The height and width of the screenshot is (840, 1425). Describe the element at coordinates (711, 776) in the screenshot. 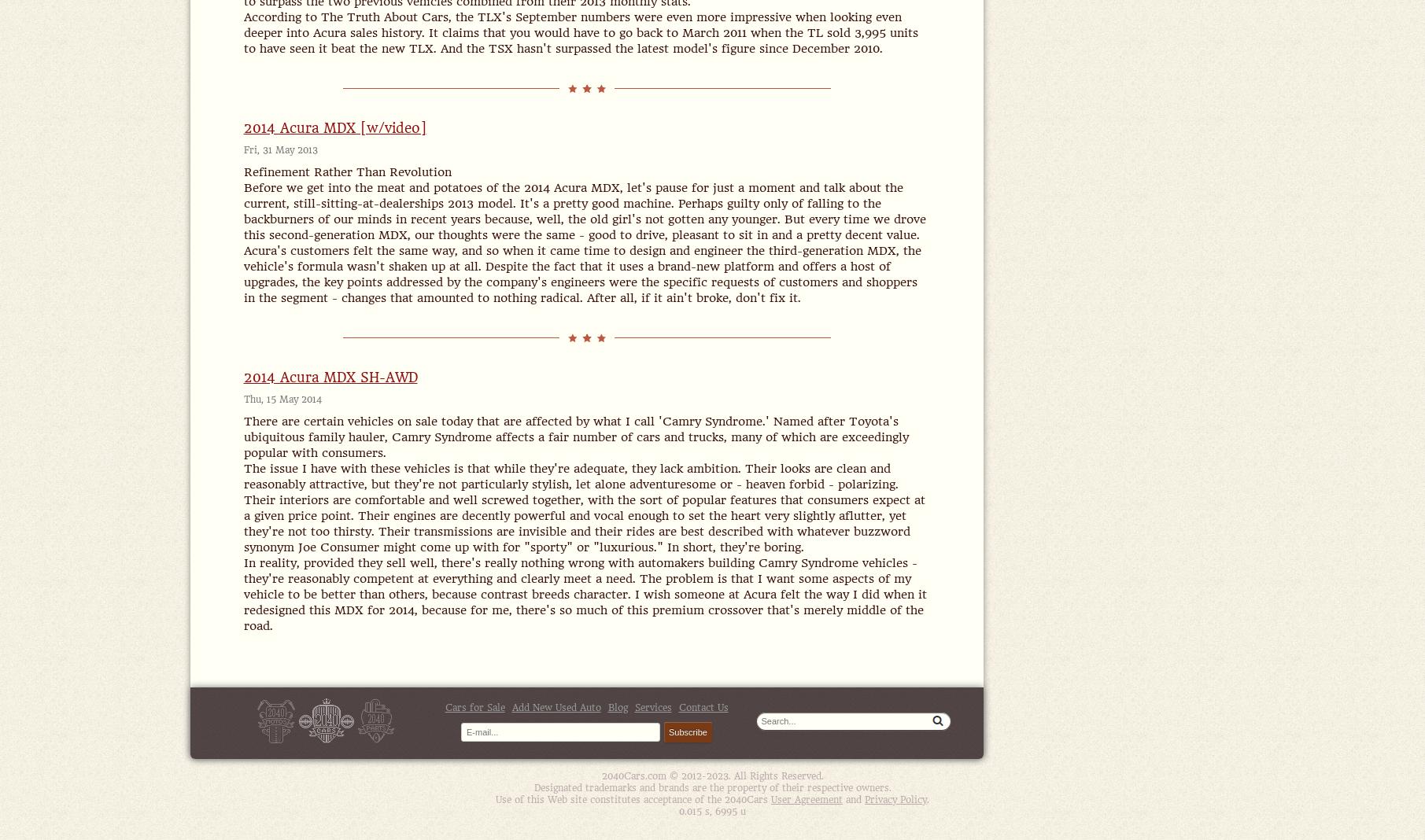

I see `'2040Cars.com © 2012-2023. All Rights Reserved.'` at that location.